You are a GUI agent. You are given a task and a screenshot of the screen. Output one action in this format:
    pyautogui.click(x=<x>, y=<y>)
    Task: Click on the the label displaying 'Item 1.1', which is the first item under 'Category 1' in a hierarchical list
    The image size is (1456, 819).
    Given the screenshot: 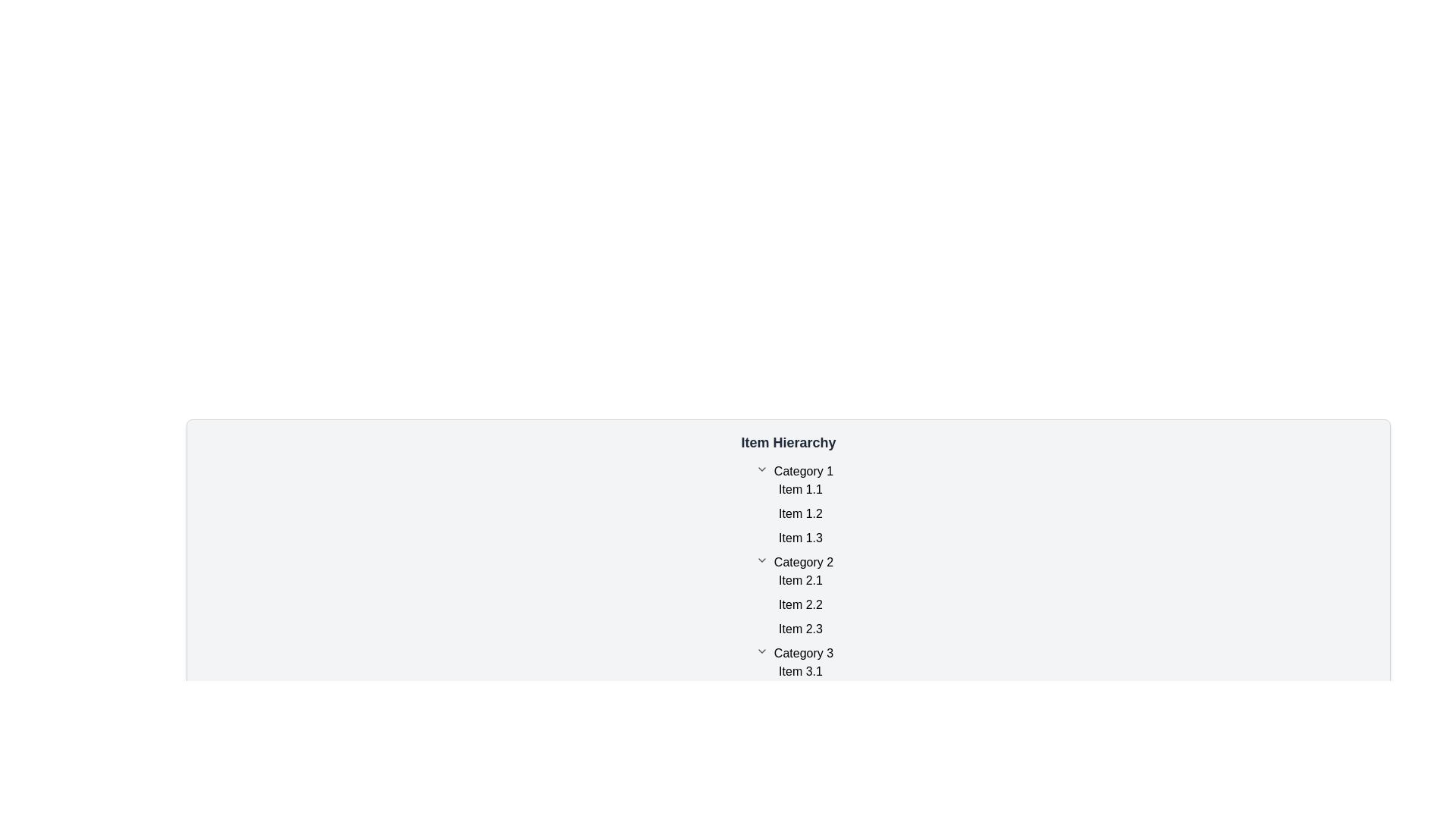 What is the action you would take?
    pyautogui.click(x=800, y=489)
    